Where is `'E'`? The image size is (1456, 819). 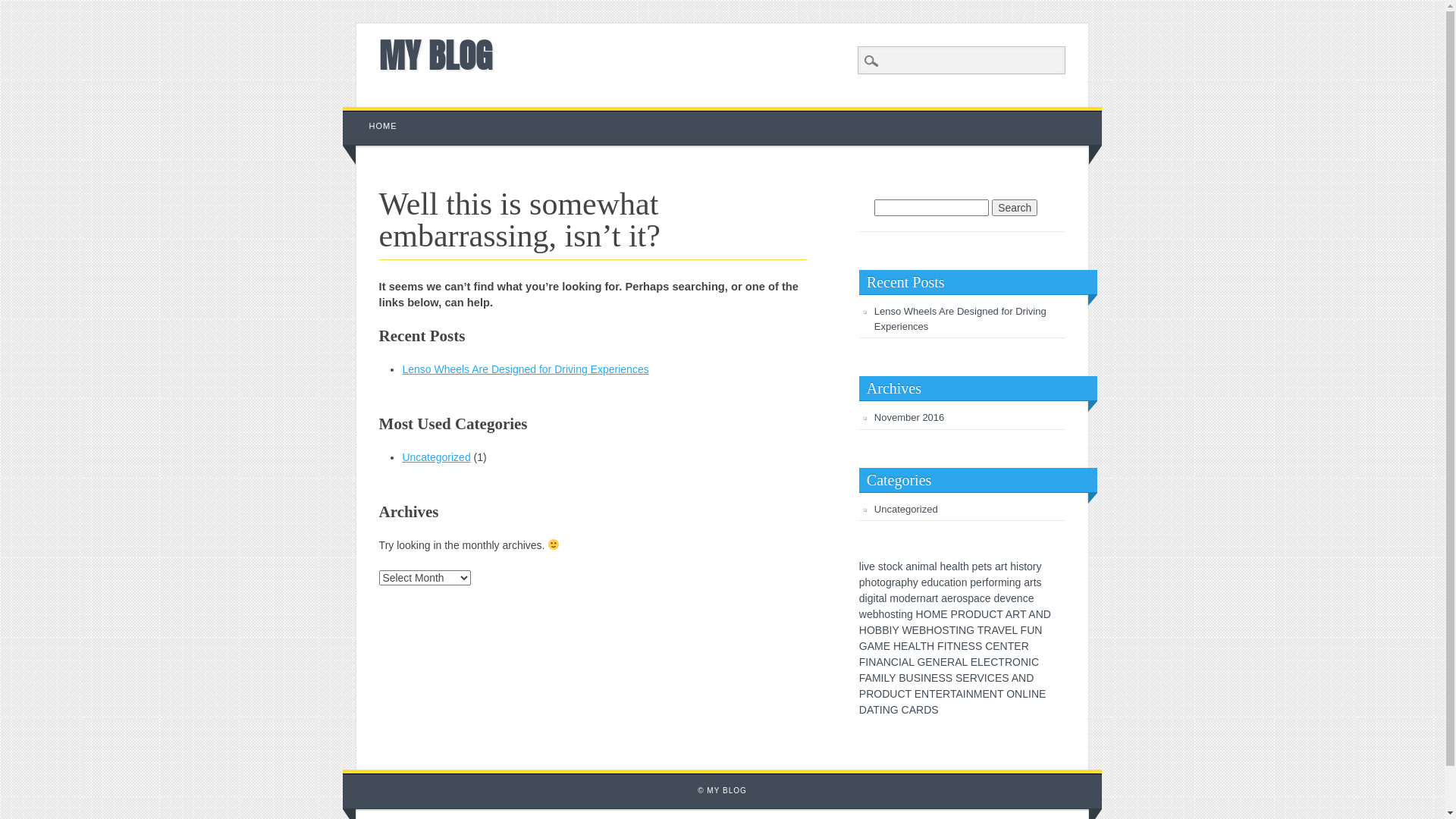 'E' is located at coordinates (883, 646).